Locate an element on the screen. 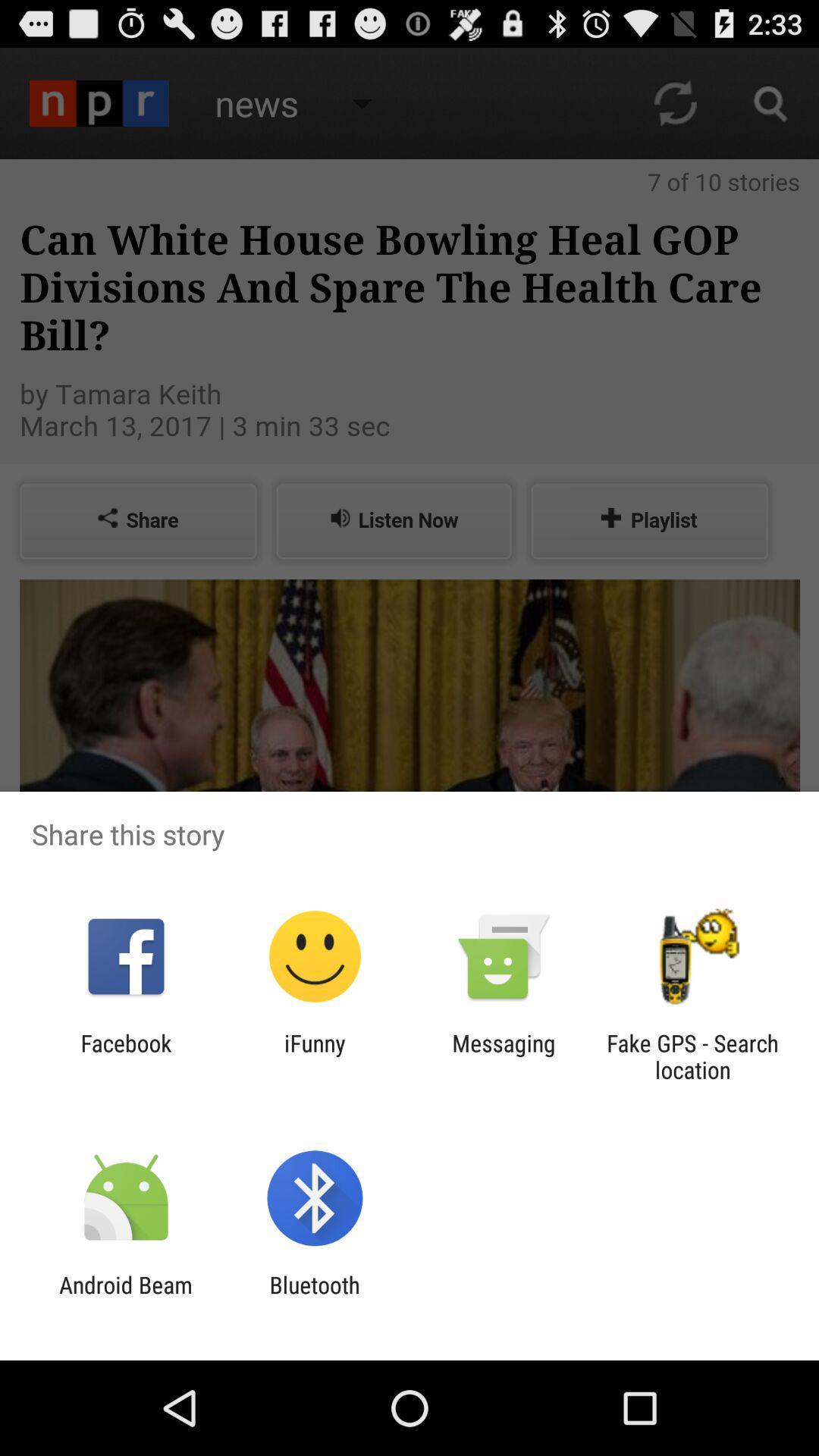 This screenshot has height=1456, width=819. the item at the bottom right corner is located at coordinates (692, 1056).